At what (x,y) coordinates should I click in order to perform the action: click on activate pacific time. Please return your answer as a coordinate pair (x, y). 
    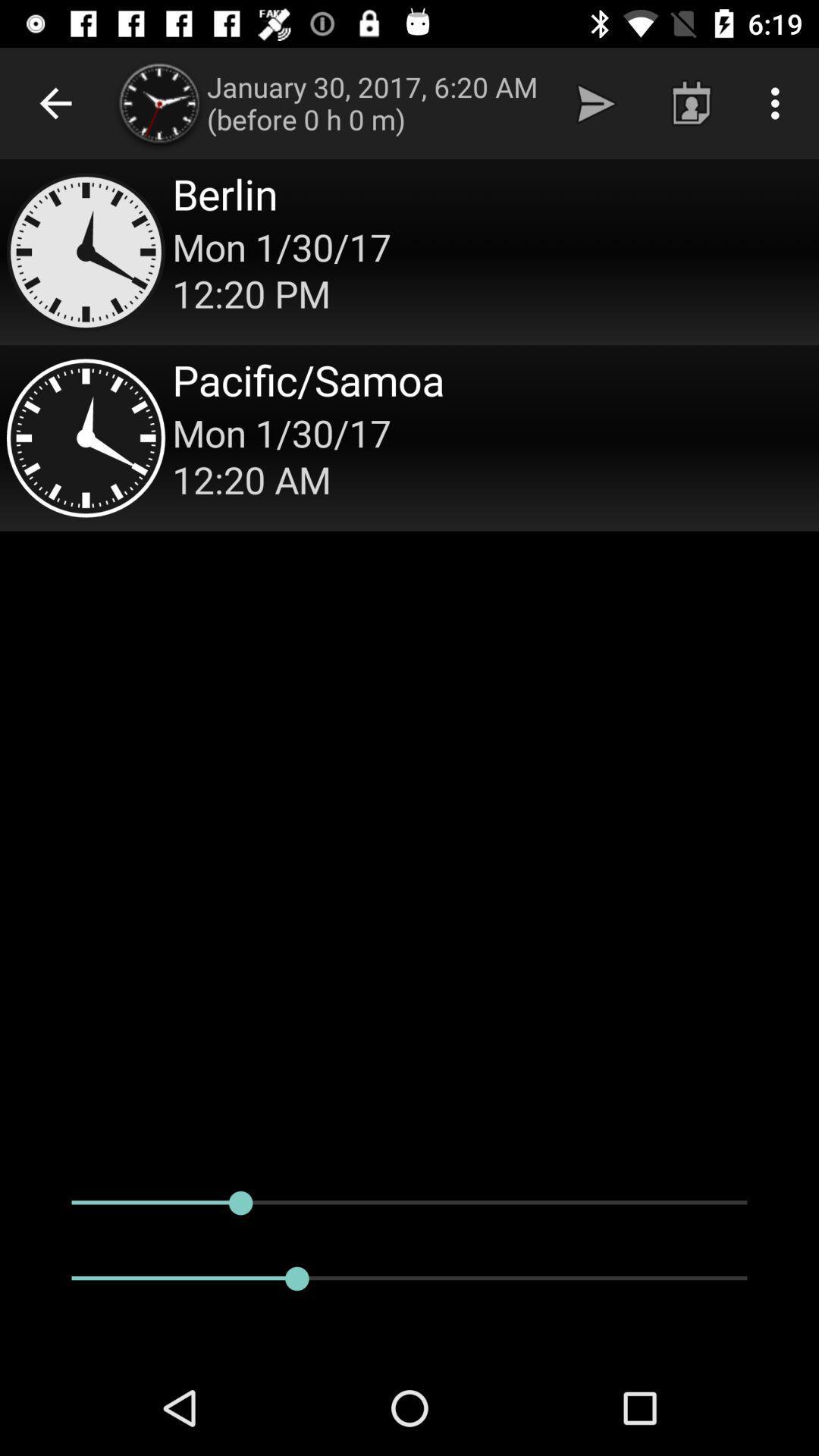
    Looking at the image, I should click on (409, 437).